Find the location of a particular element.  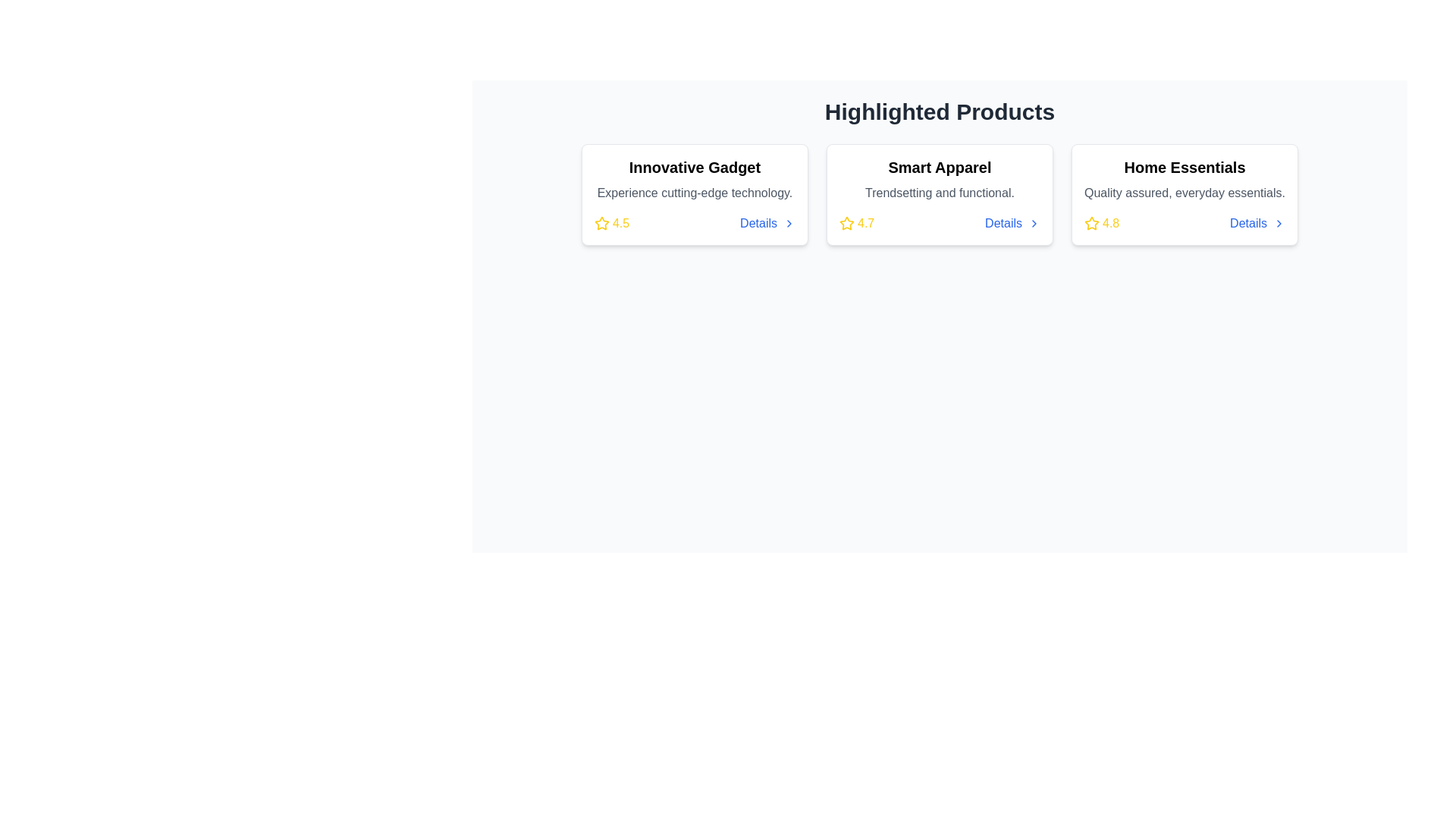

the static text element that reads 'Experience cutting-edge technology.' which is located within the first card on the page, directly below the heading 'Innovative Gadget' is located at coordinates (694, 192).